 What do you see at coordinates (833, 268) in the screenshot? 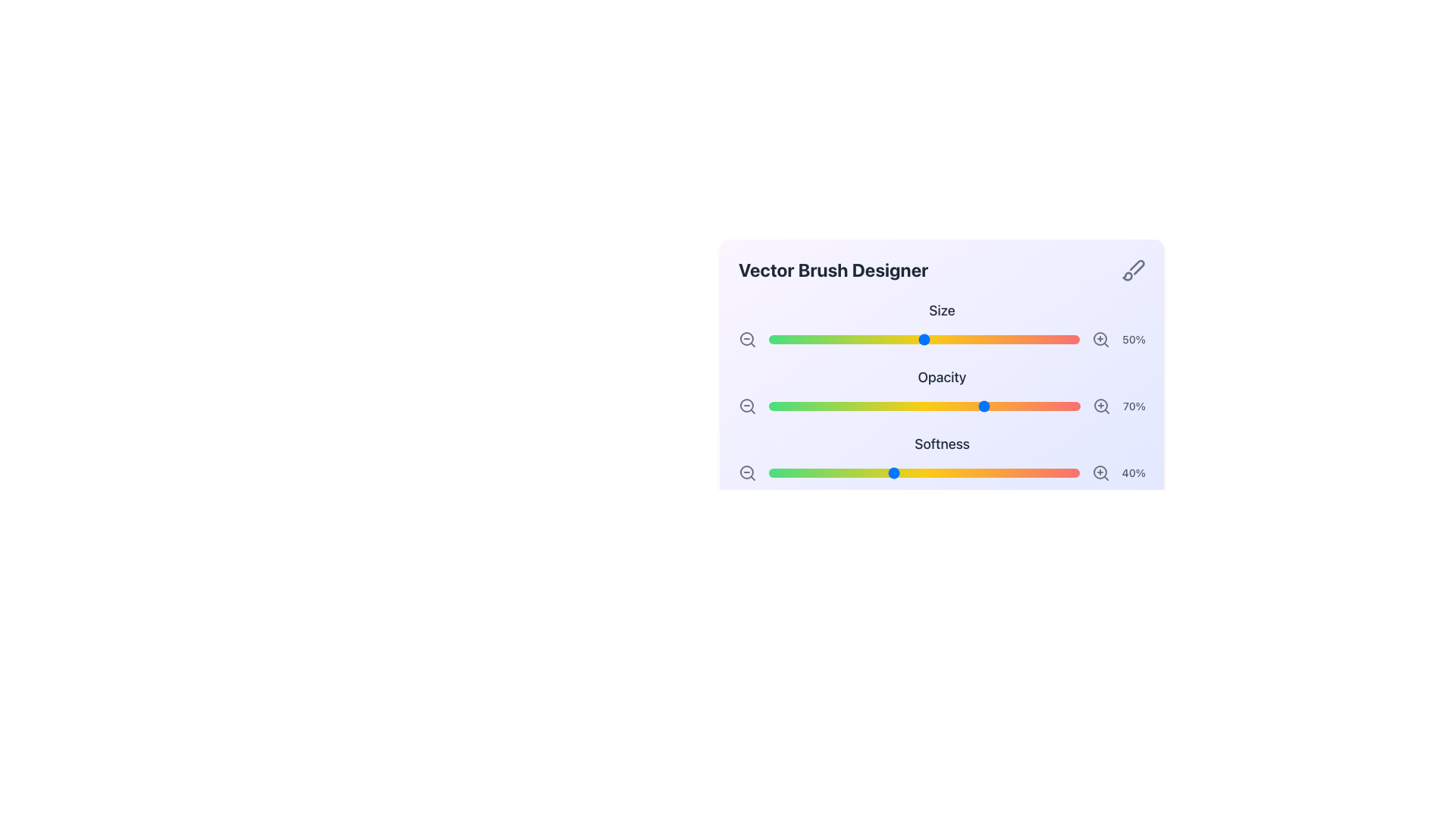
I see `the Text Label element displaying 'Vector Brush Designer', which is styled in bold, large dark gray font on a light background` at bounding box center [833, 268].